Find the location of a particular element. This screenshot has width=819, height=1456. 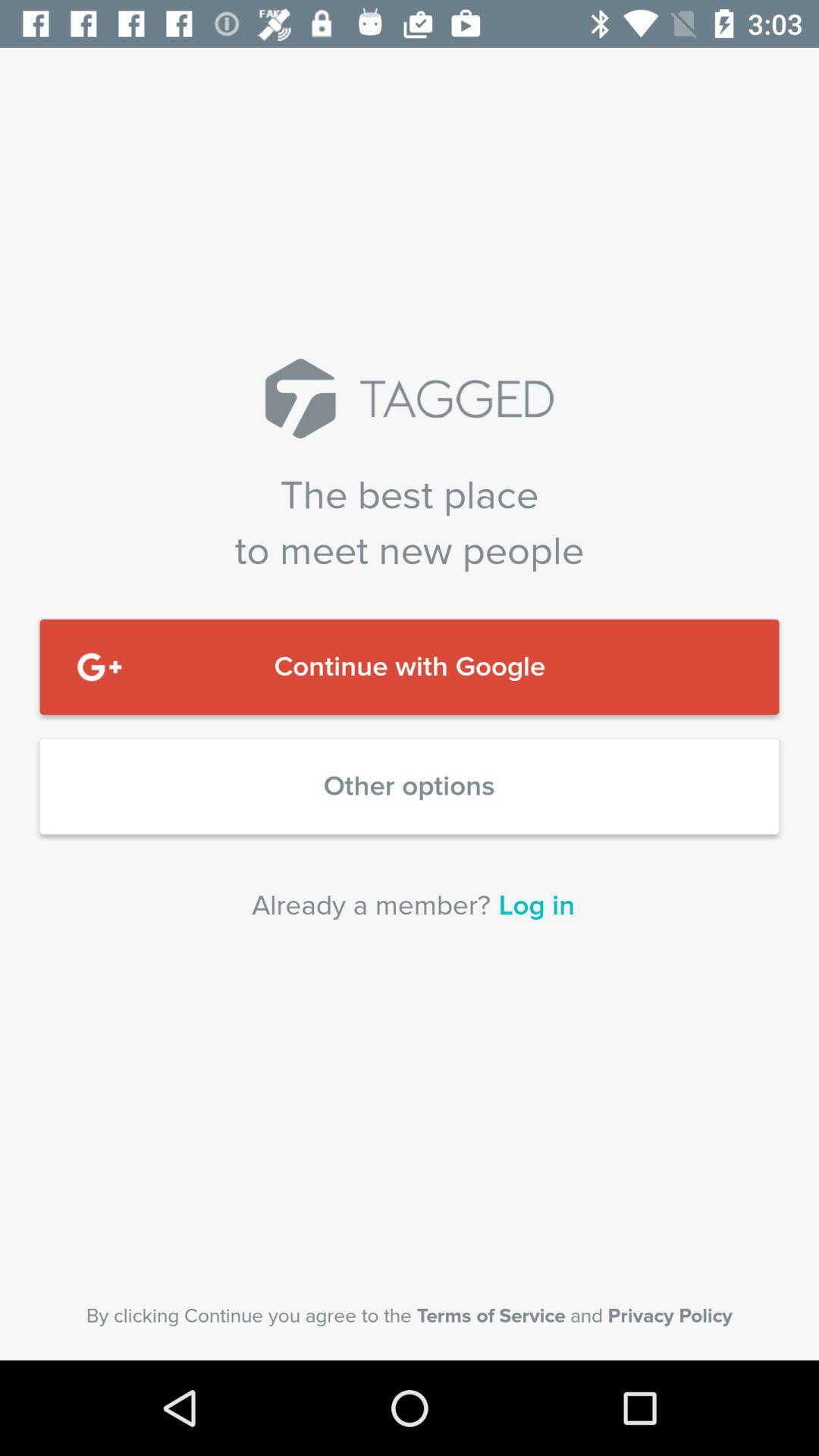

the by clicking continue item is located at coordinates (409, 1315).